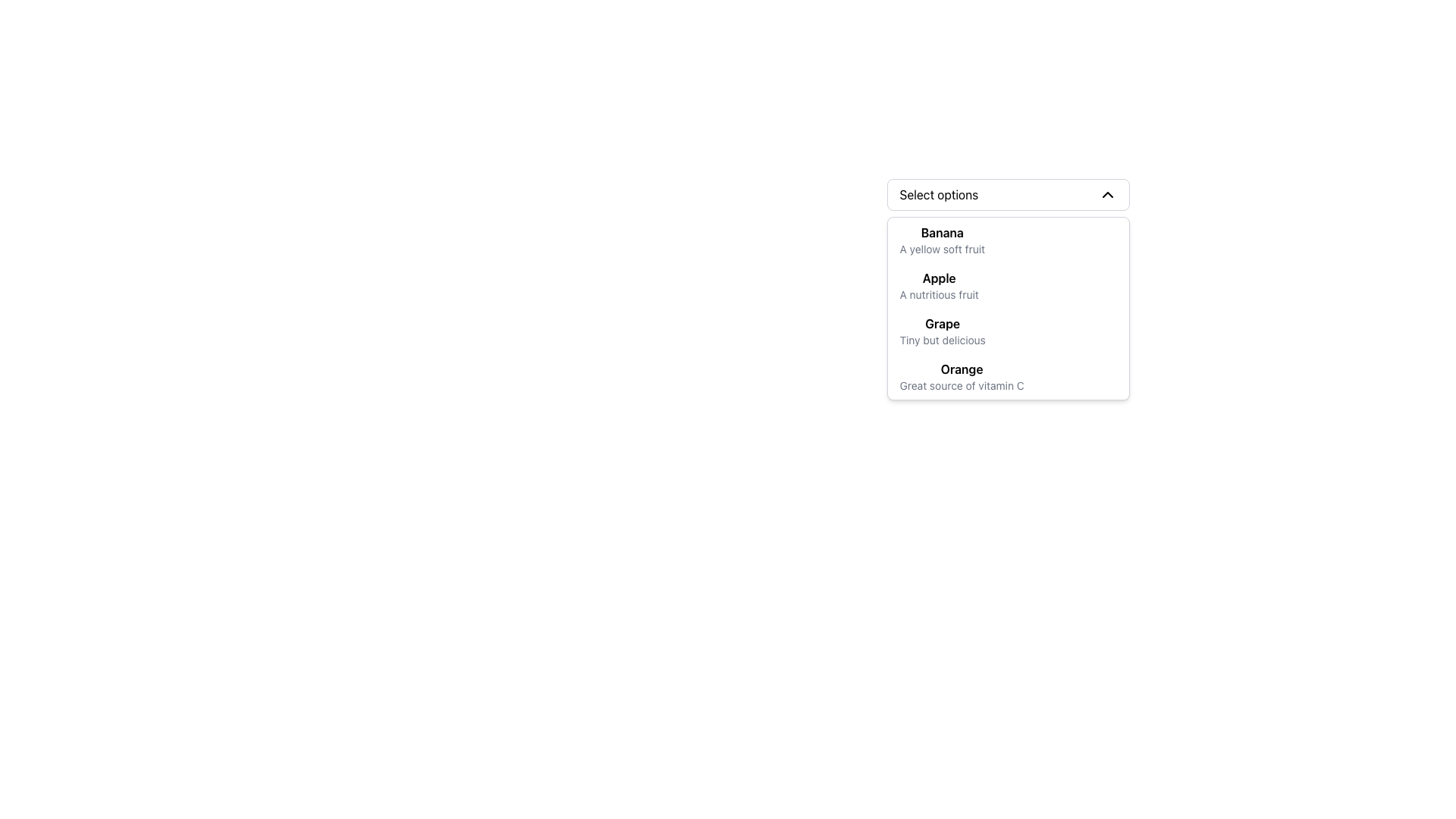 This screenshot has width=1456, height=819. What do you see at coordinates (1008, 330) in the screenshot?
I see `the 'Grape' option in the dropdown list` at bounding box center [1008, 330].